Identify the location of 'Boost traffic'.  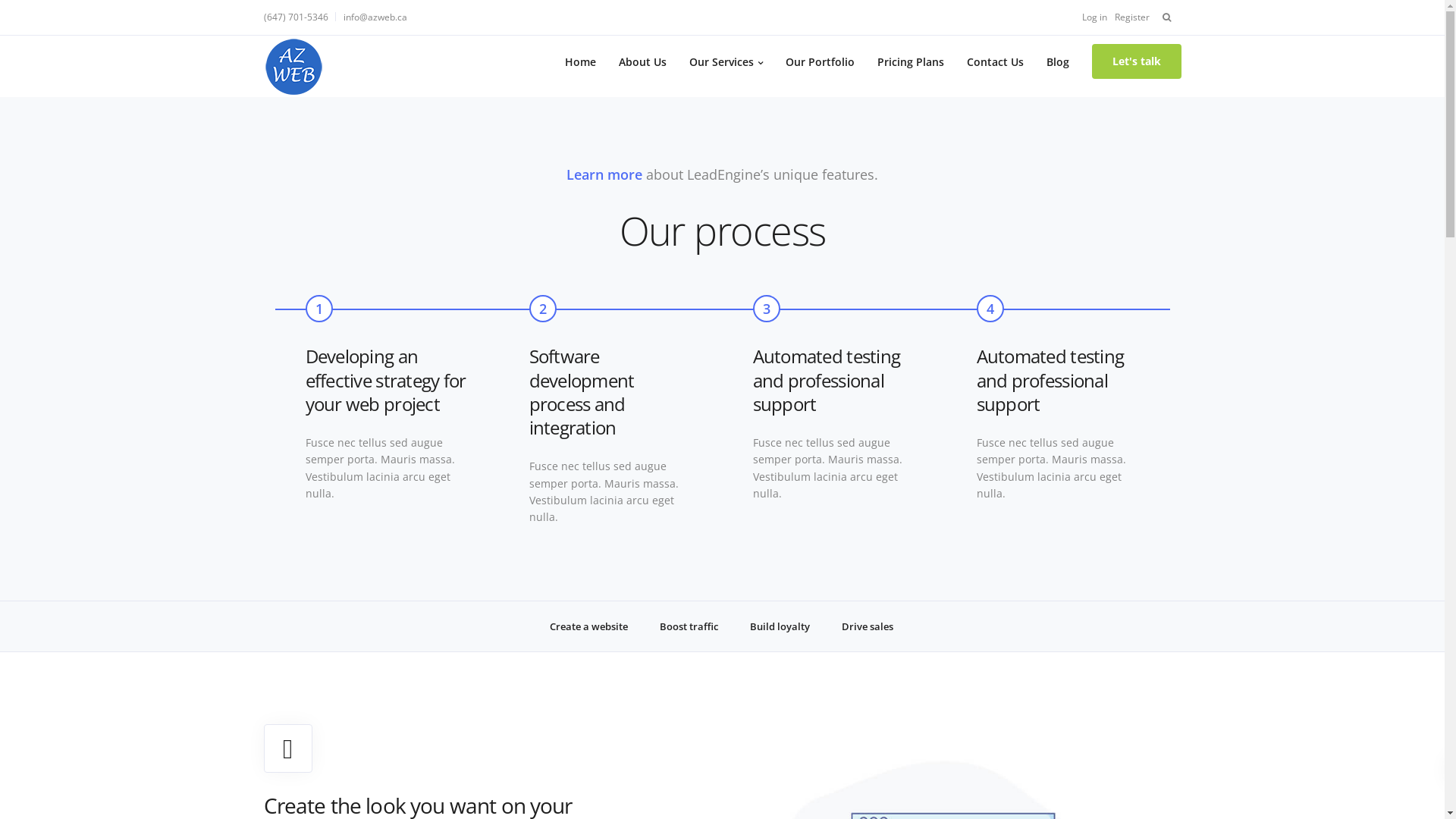
(688, 626).